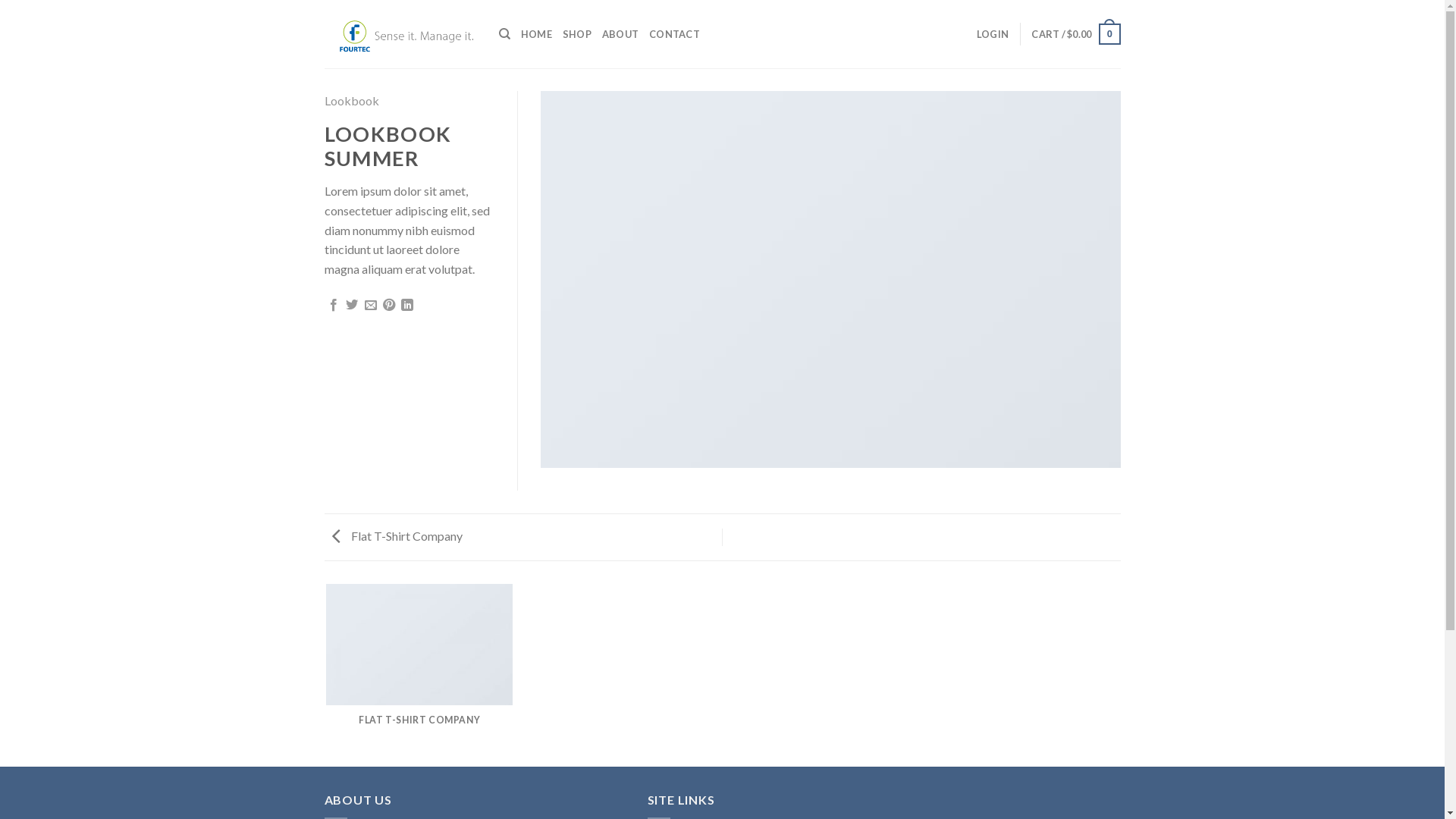 The width and height of the screenshot is (1456, 819). I want to click on 'Share on Twitter', so click(351, 305).